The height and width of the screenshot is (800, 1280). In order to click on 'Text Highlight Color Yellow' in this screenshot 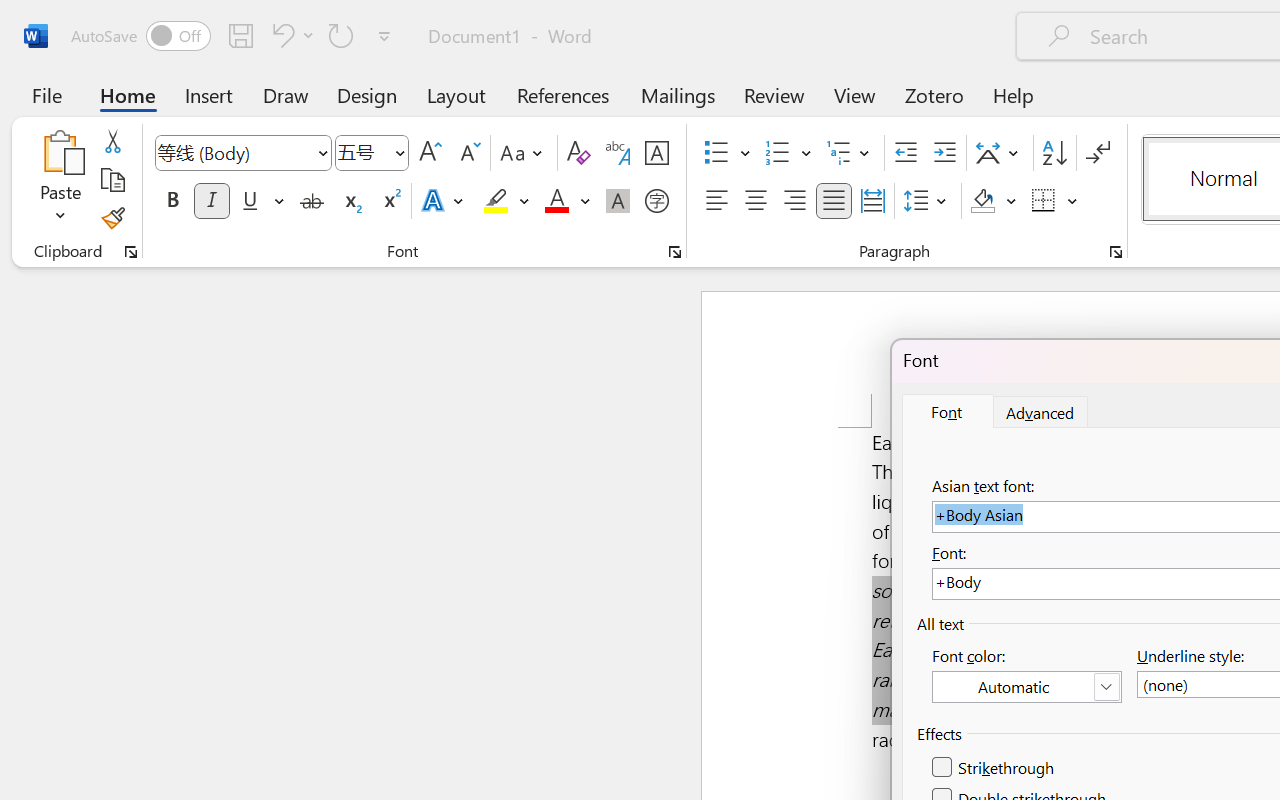, I will do `click(496, 201)`.